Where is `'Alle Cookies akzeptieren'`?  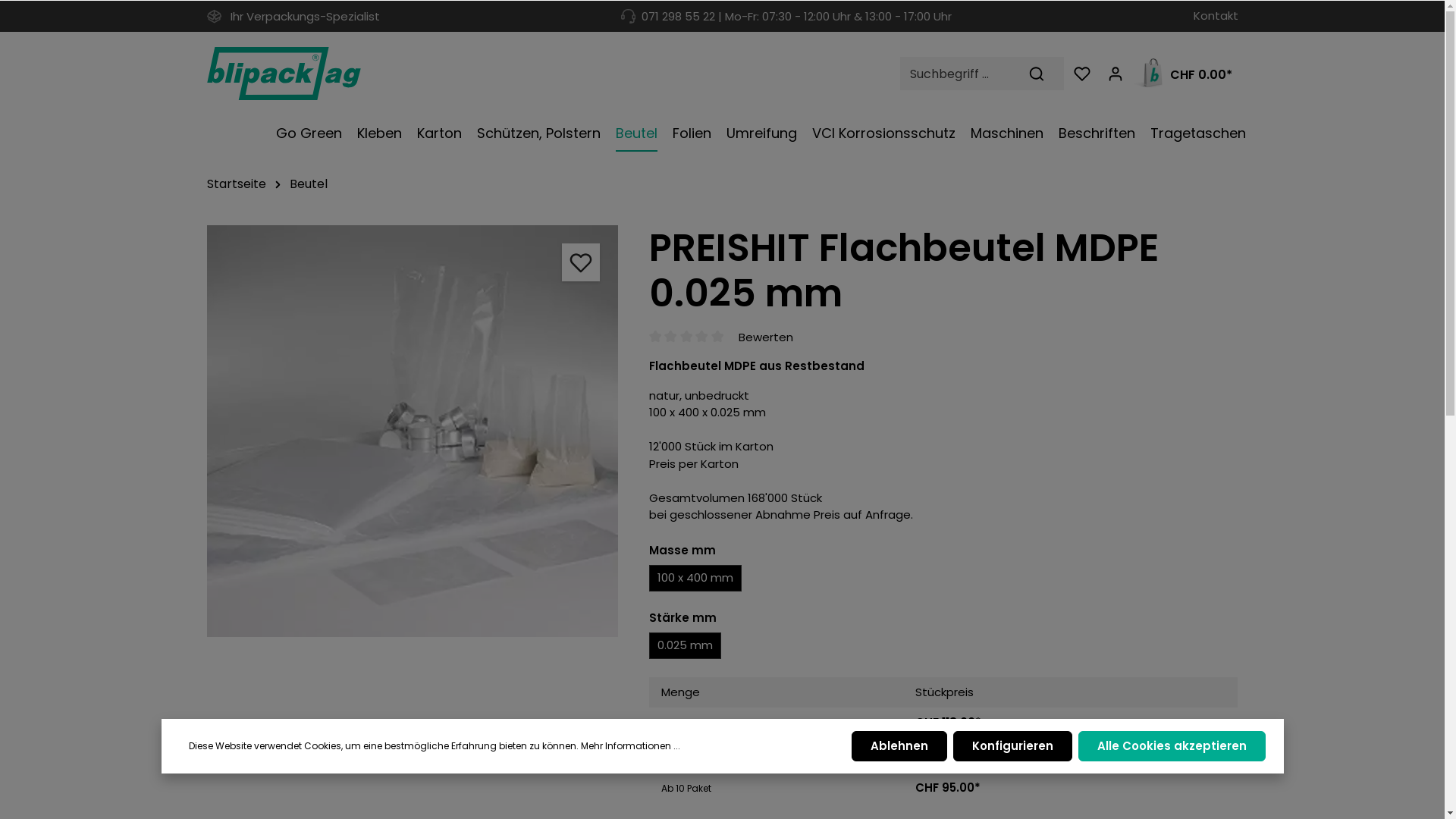
'Alle Cookies akzeptieren' is located at coordinates (1077, 745).